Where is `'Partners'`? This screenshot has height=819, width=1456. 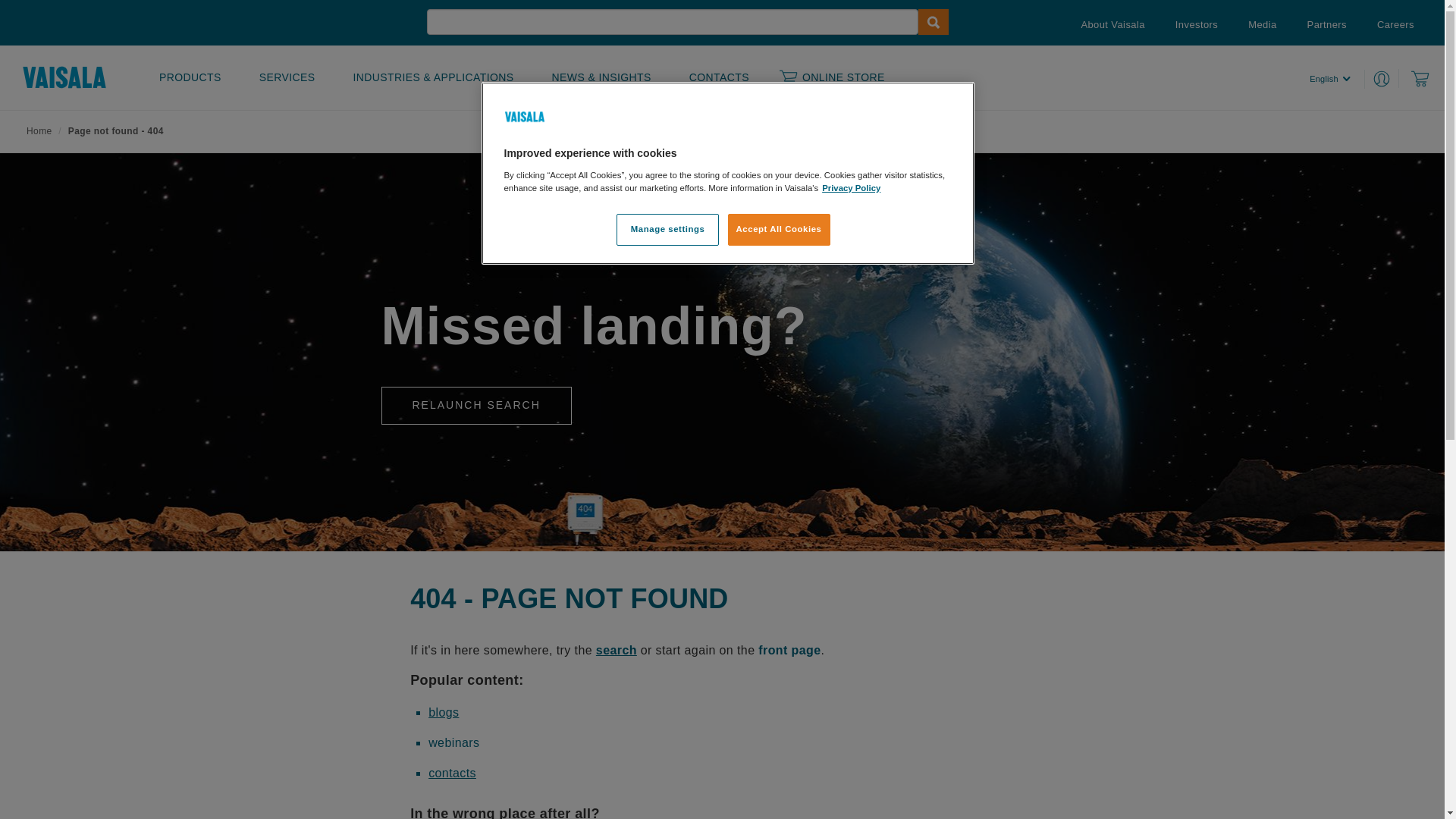 'Partners' is located at coordinates (1326, 25).